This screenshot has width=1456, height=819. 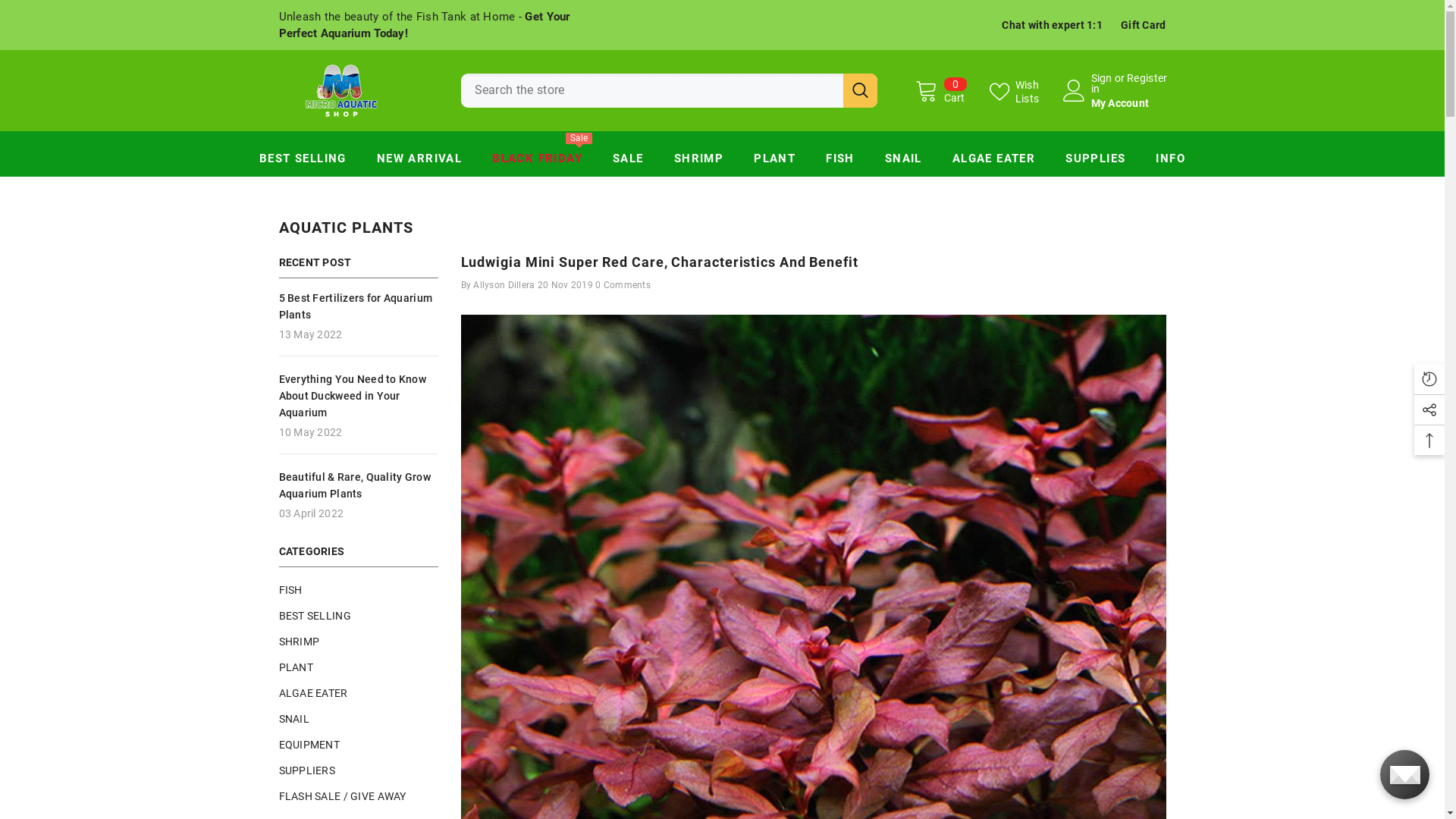 I want to click on 'SALE', so click(x=628, y=162).